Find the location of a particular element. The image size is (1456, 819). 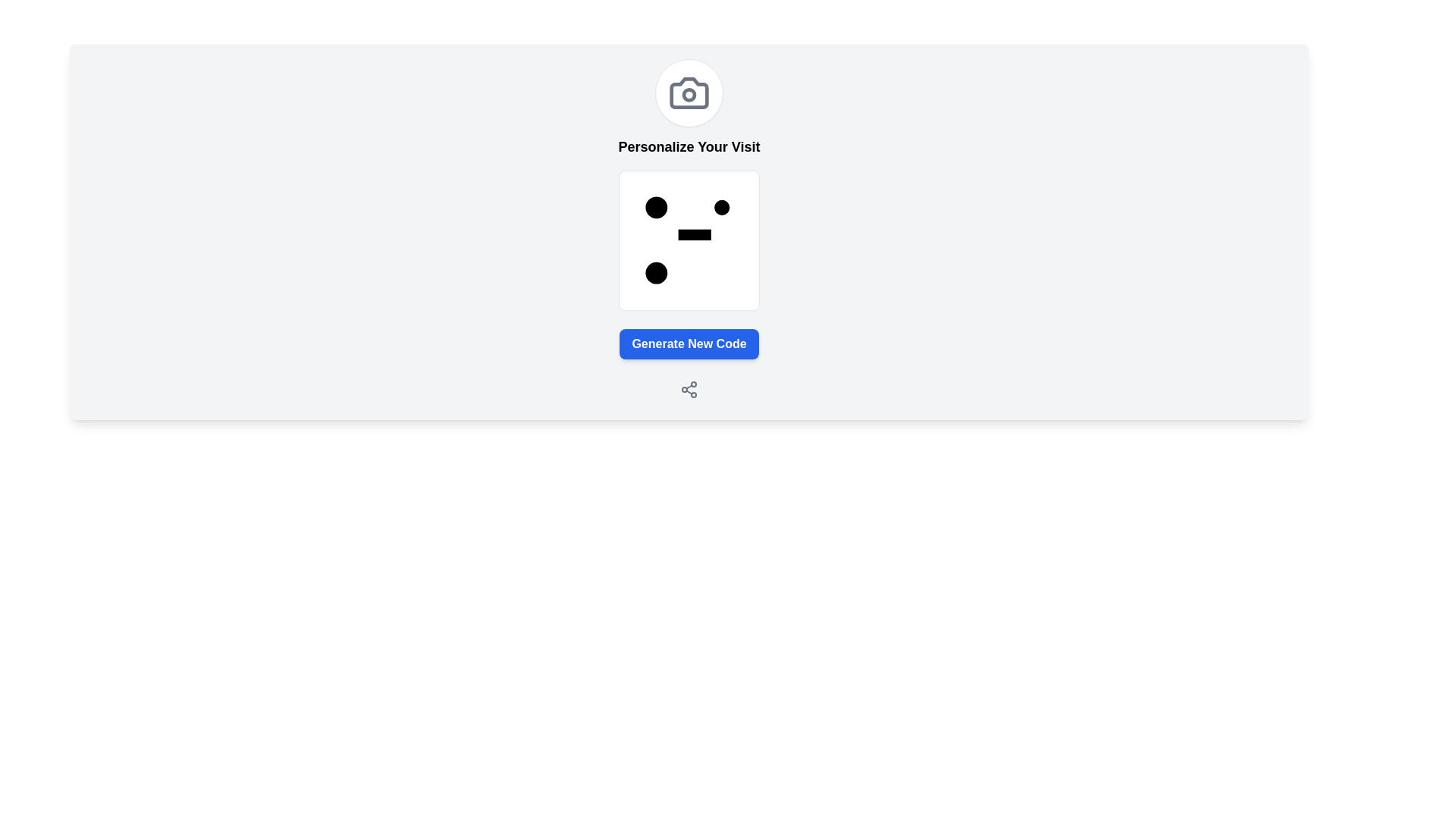

the small black circle located in the top-right corner of the white square graphic element is located at coordinates (721, 207).